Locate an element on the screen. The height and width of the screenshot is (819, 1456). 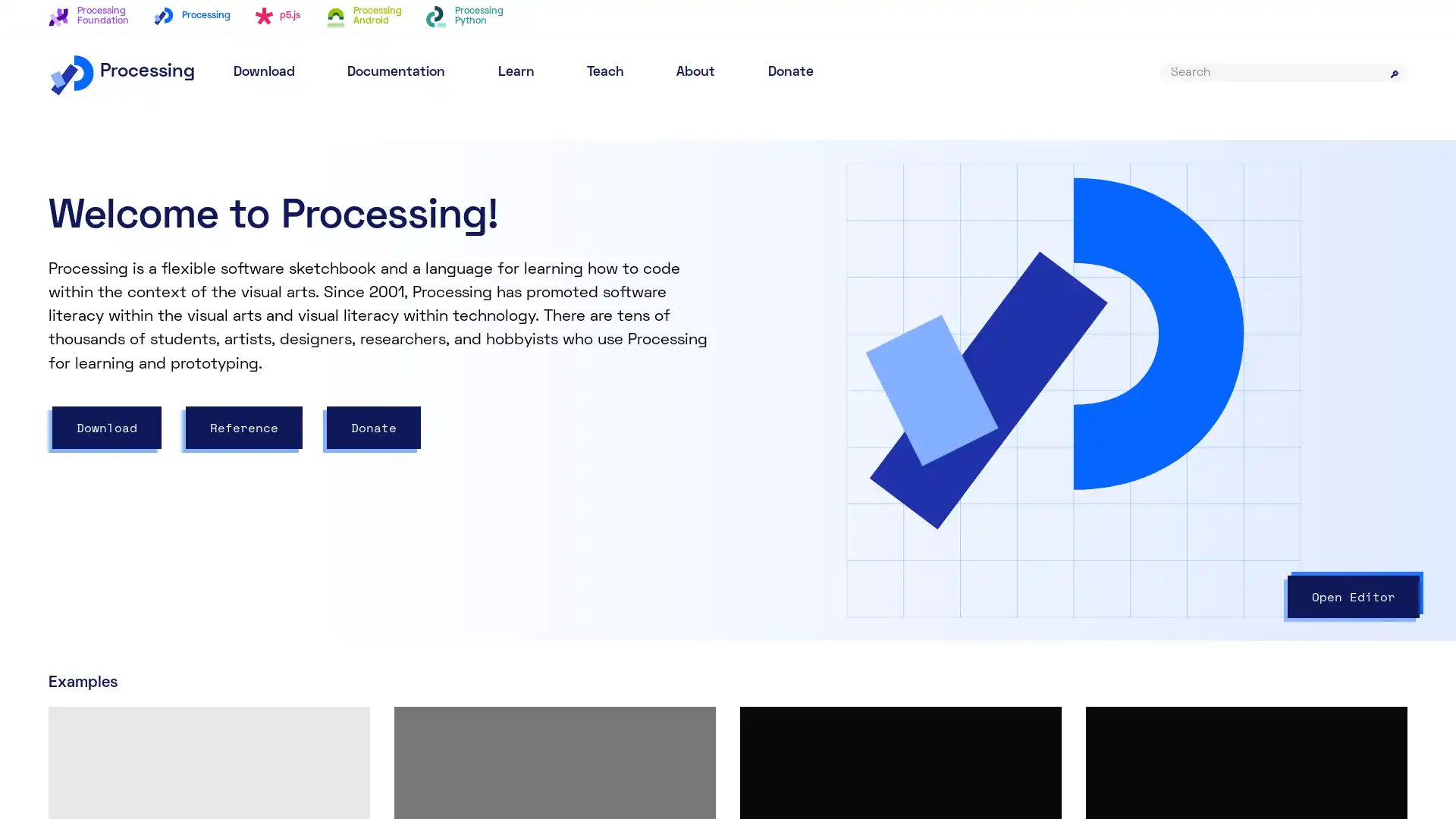
change position is located at coordinates (854, 450).